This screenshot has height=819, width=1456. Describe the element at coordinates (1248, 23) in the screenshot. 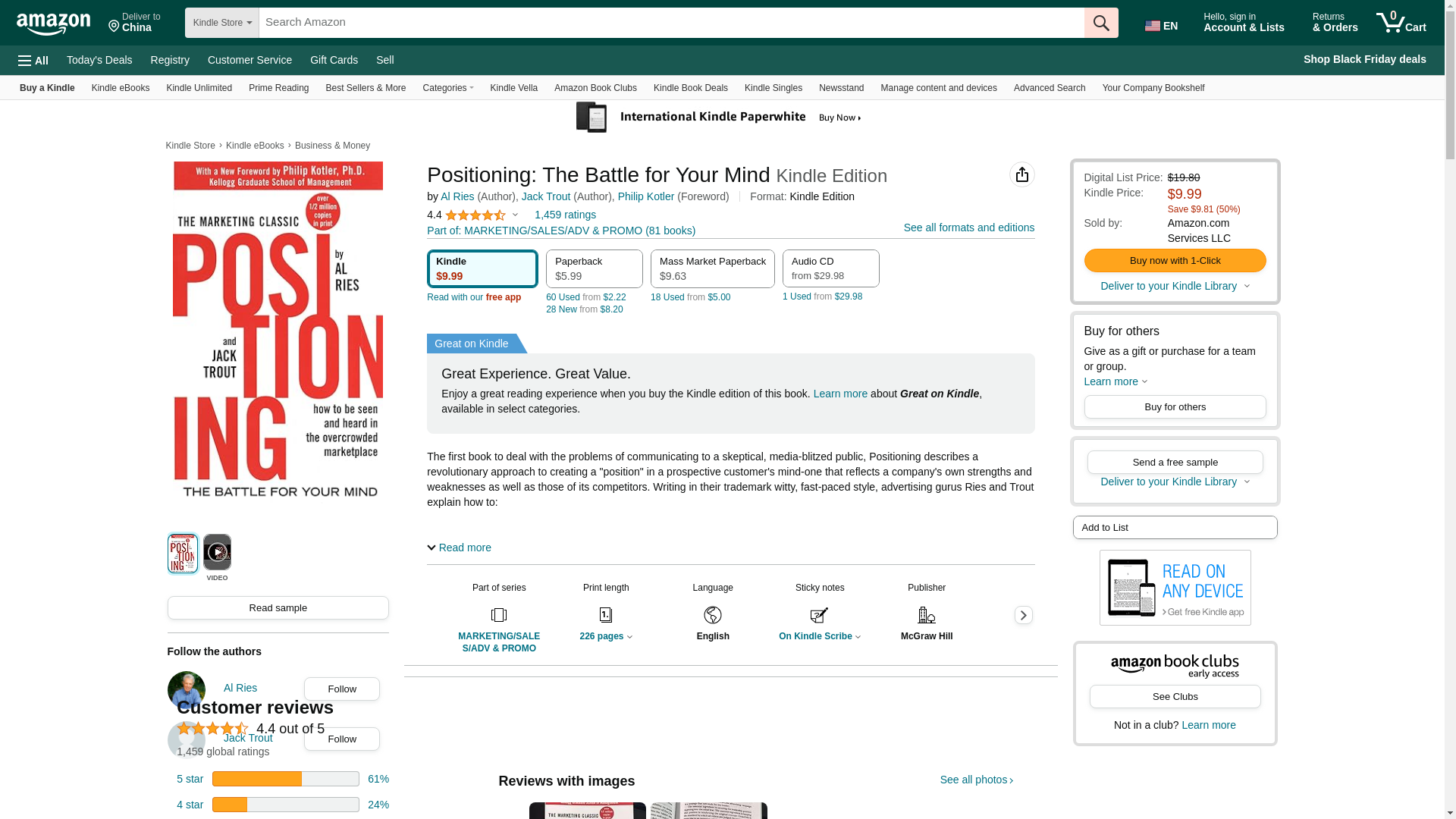

I see `'Hello, sign in` at that location.